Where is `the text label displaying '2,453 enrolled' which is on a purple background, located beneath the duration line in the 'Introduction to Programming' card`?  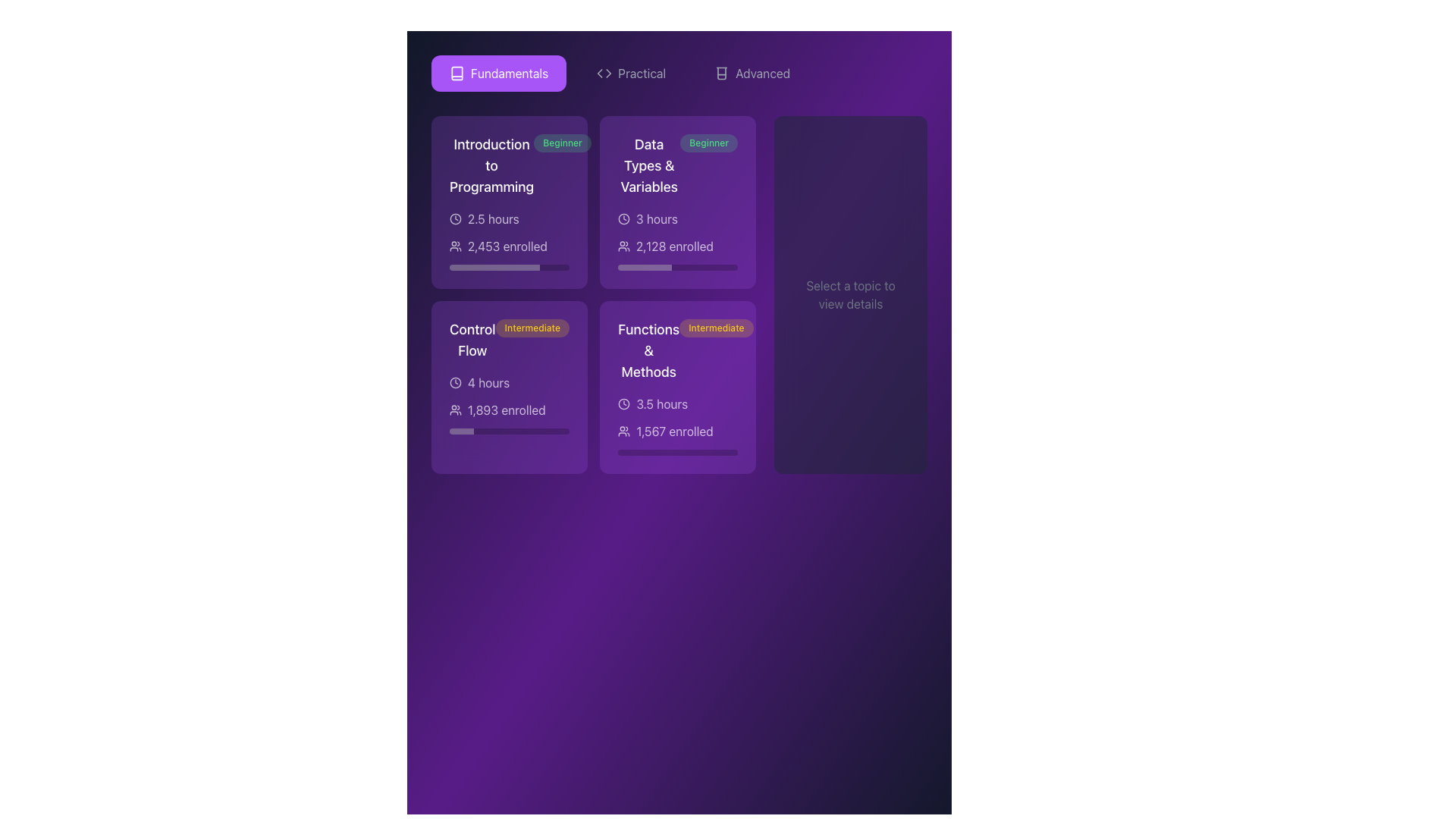
the text label displaying '2,453 enrolled' which is on a purple background, located beneath the duration line in the 'Introduction to Programming' card is located at coordinates (507, 245).